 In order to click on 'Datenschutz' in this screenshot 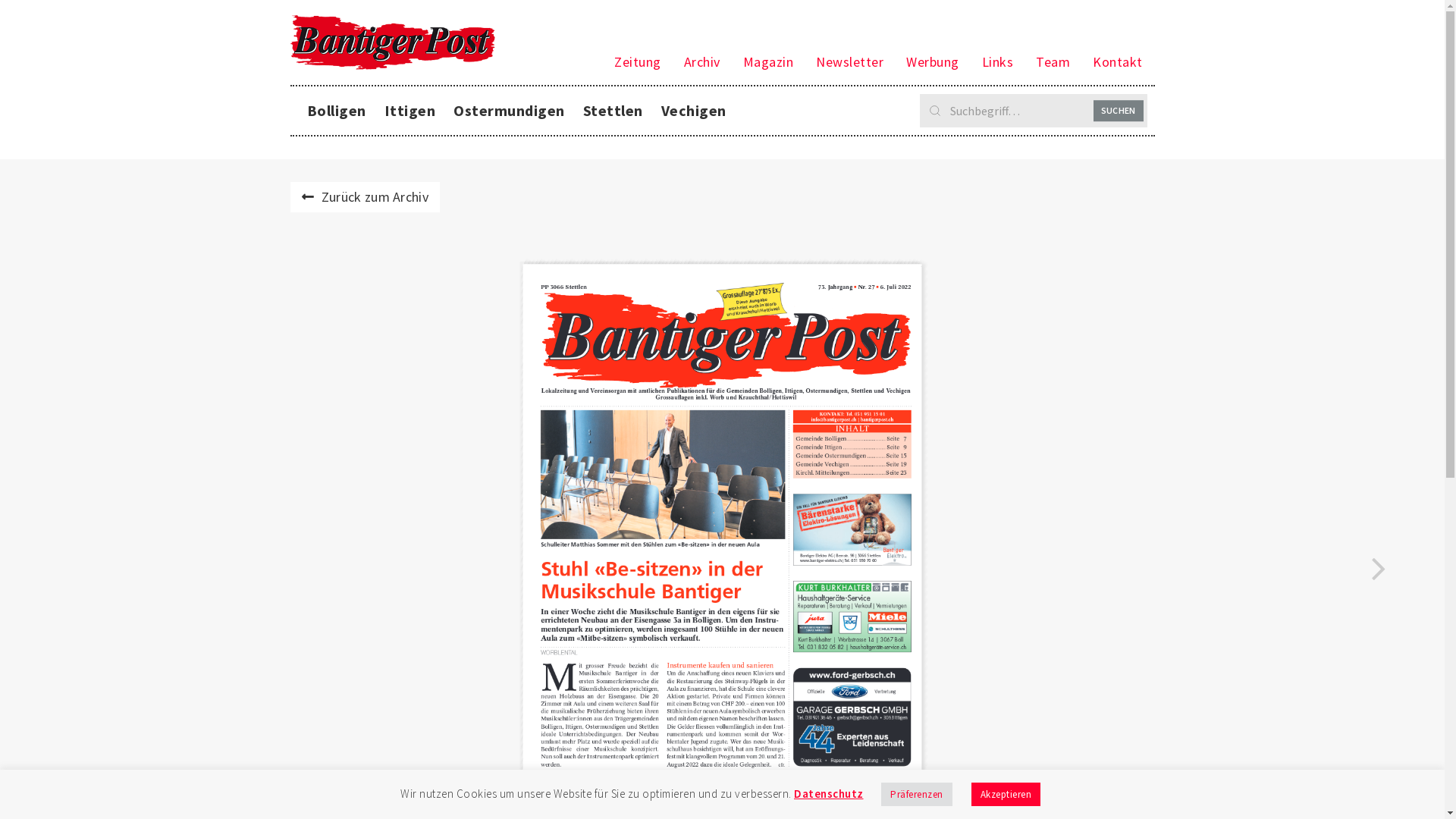, I will do `click(828, 792)`.